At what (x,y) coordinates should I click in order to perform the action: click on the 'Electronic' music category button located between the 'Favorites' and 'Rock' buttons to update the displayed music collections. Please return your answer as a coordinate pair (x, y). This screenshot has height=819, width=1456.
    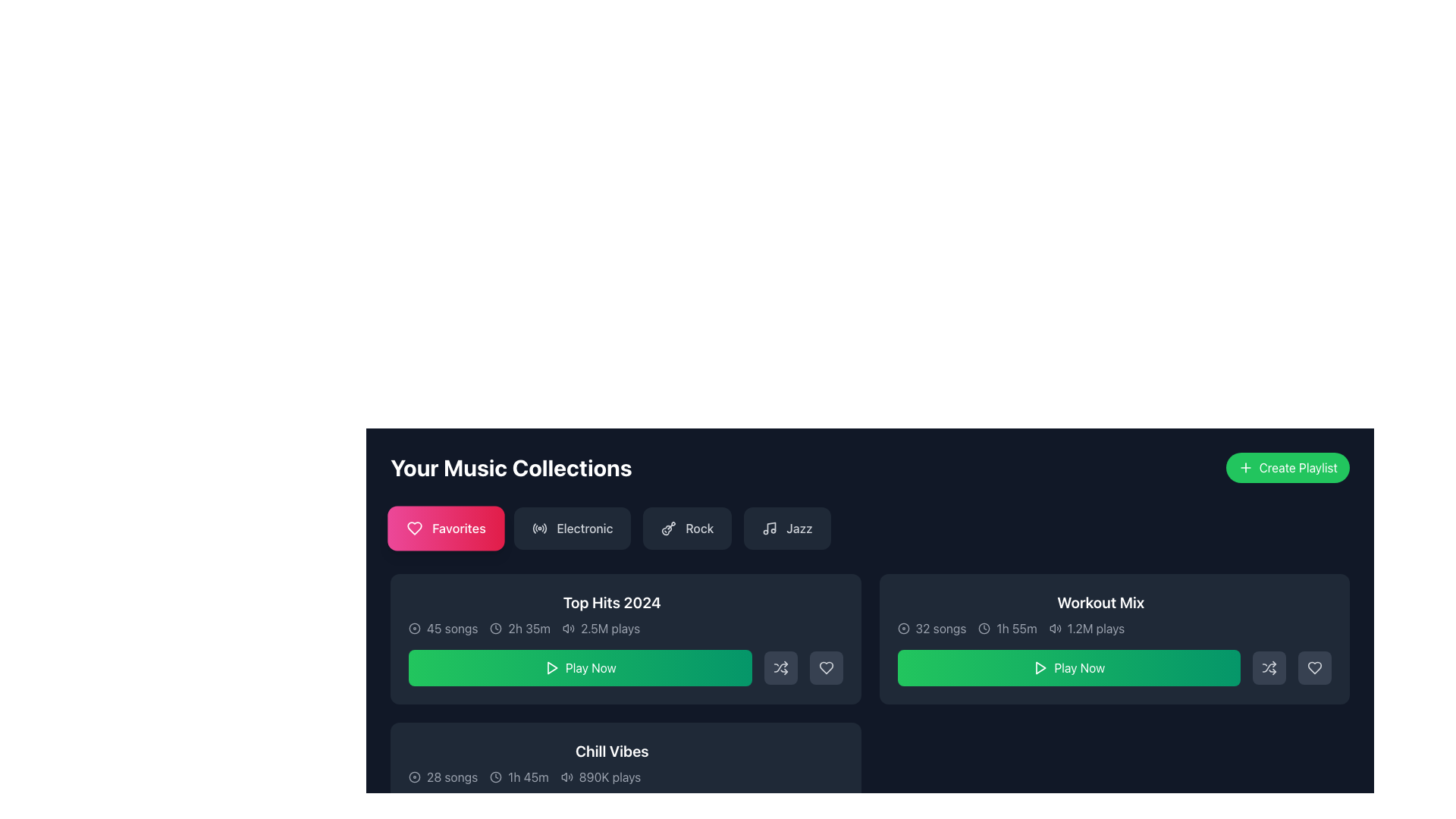
    Looking at the image, I should click on (572, 528).